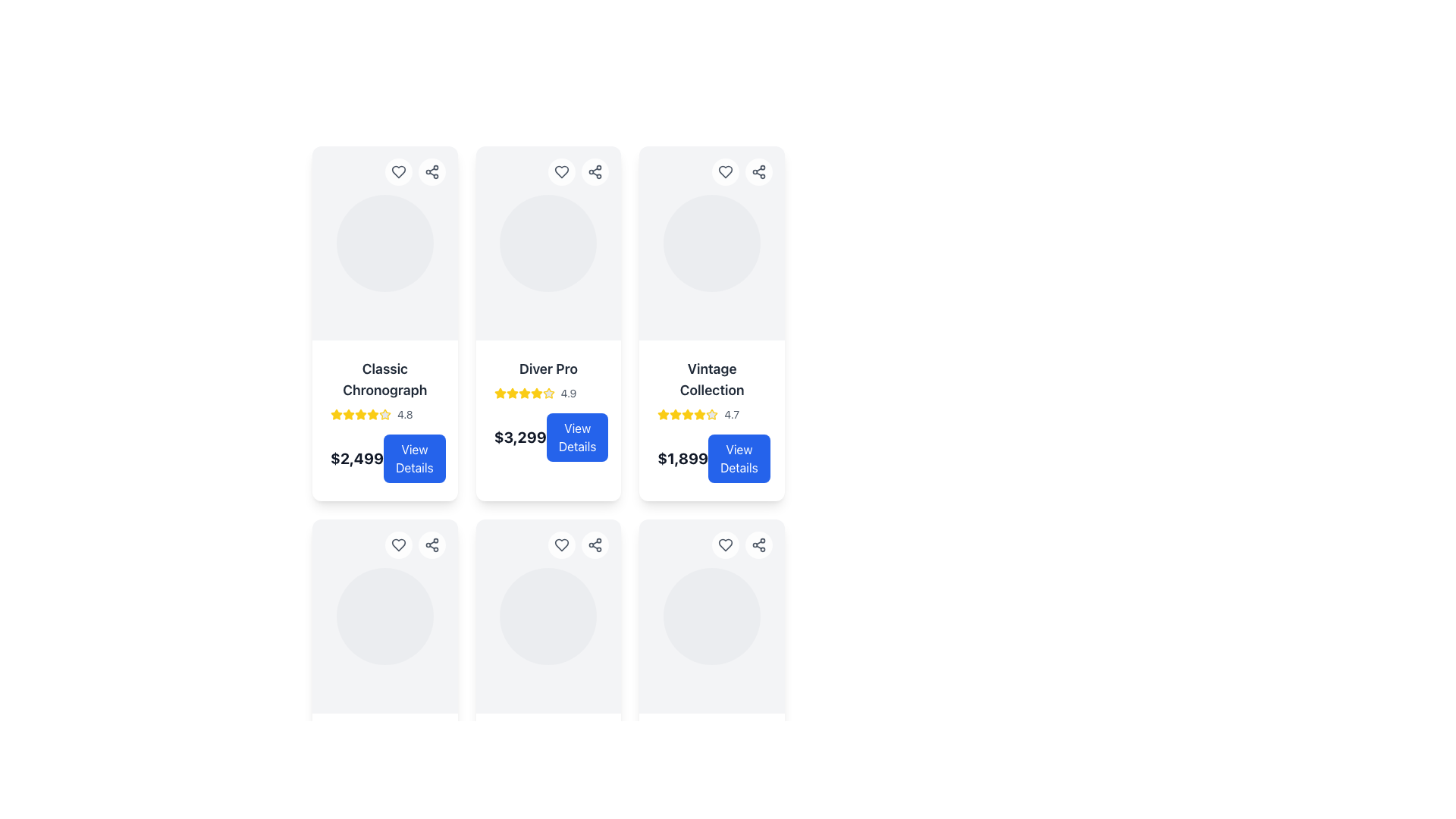 The height and width of the screenshot is (819, 1456). What do you see at coordinates (431, 171) in the screenshot?
I see `the circular share button in the top-right corner of the 'Classic Chronograph' product card to change its icon color to blue` at bounding box center [431, 171].